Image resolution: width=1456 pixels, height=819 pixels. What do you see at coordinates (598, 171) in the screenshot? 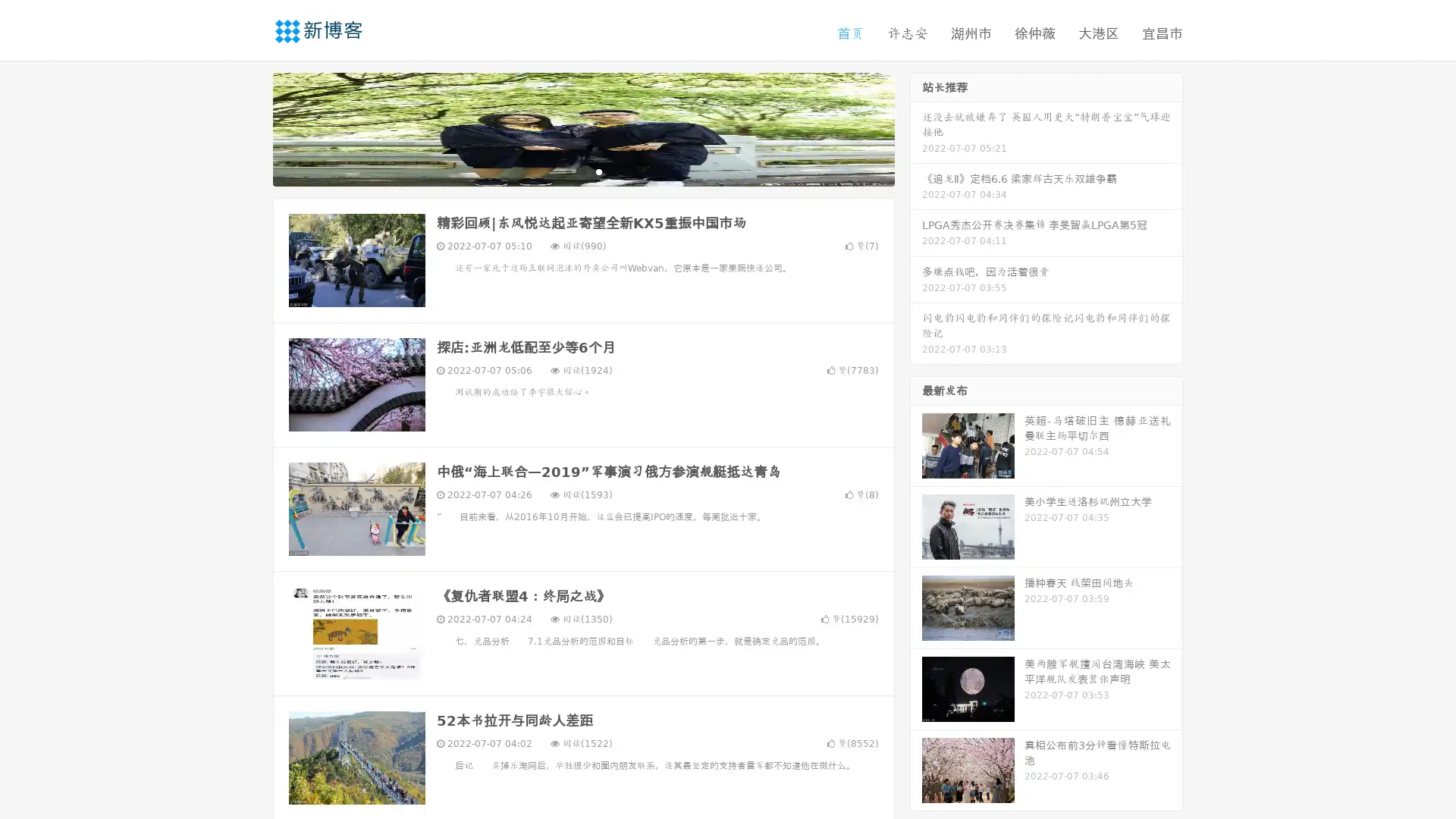
I see `Go to slide 3` at bounding box center [598, 171].